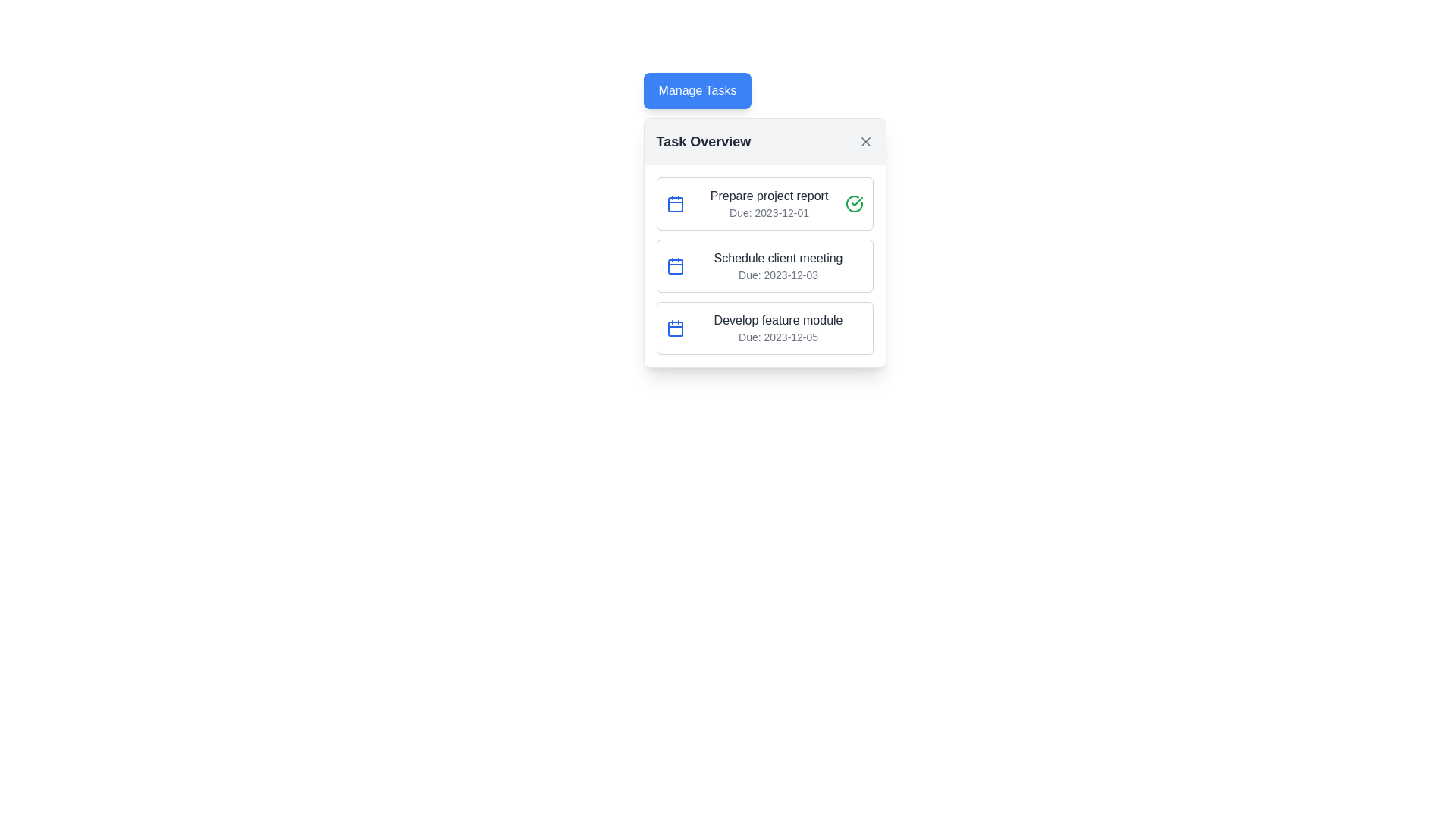 The image size is (1456, 819). What do you see at coordinates (769, 213) in the screenshot?
I see `the text element displaying 'Due: 2023-12-01', which appears in light gray color below the task title 'Prepare project report' in the 'Task Overview' panel` at bounding box center [769, 213].